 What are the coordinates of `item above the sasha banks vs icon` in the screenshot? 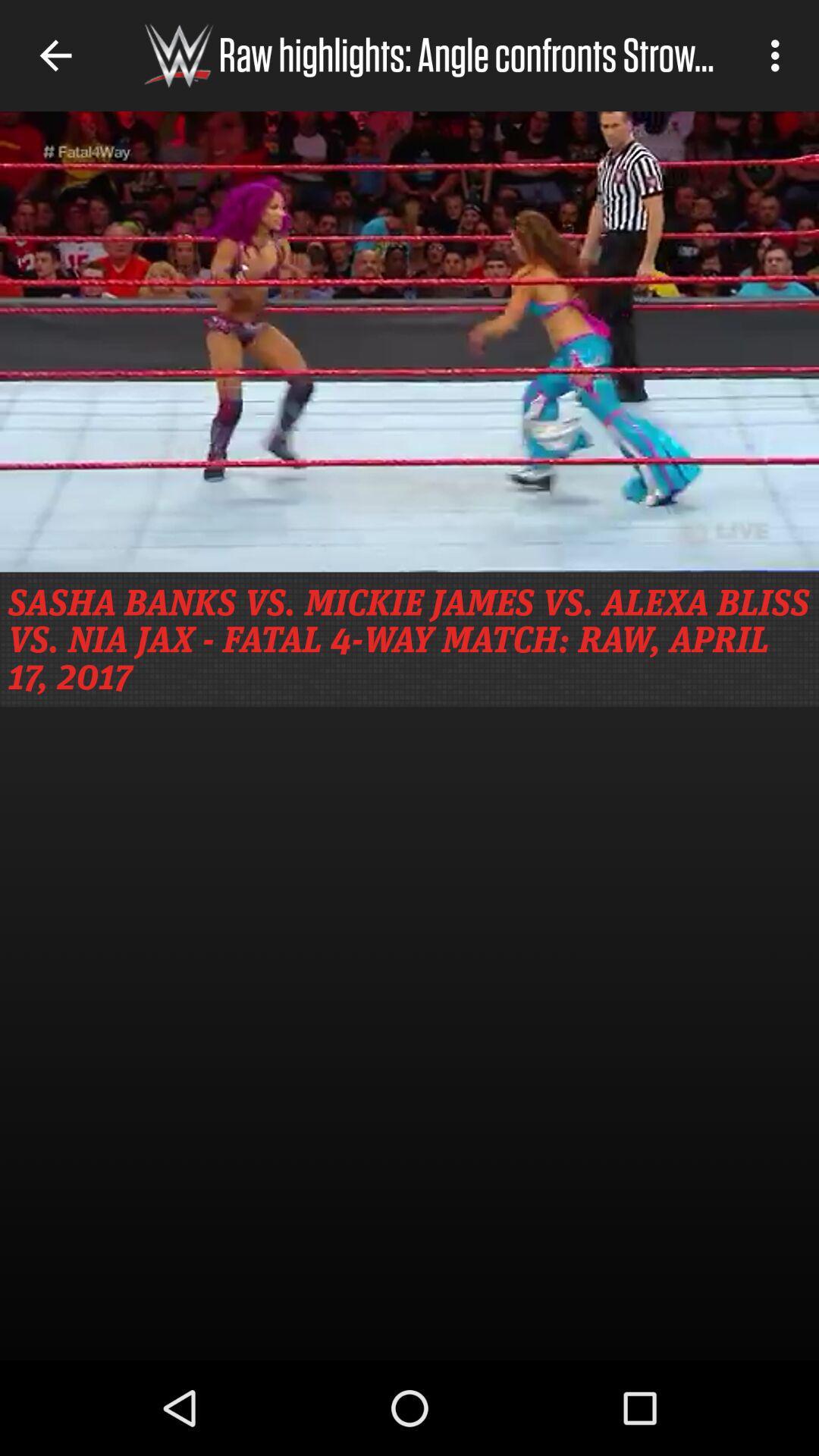 It's located at (409, 340).